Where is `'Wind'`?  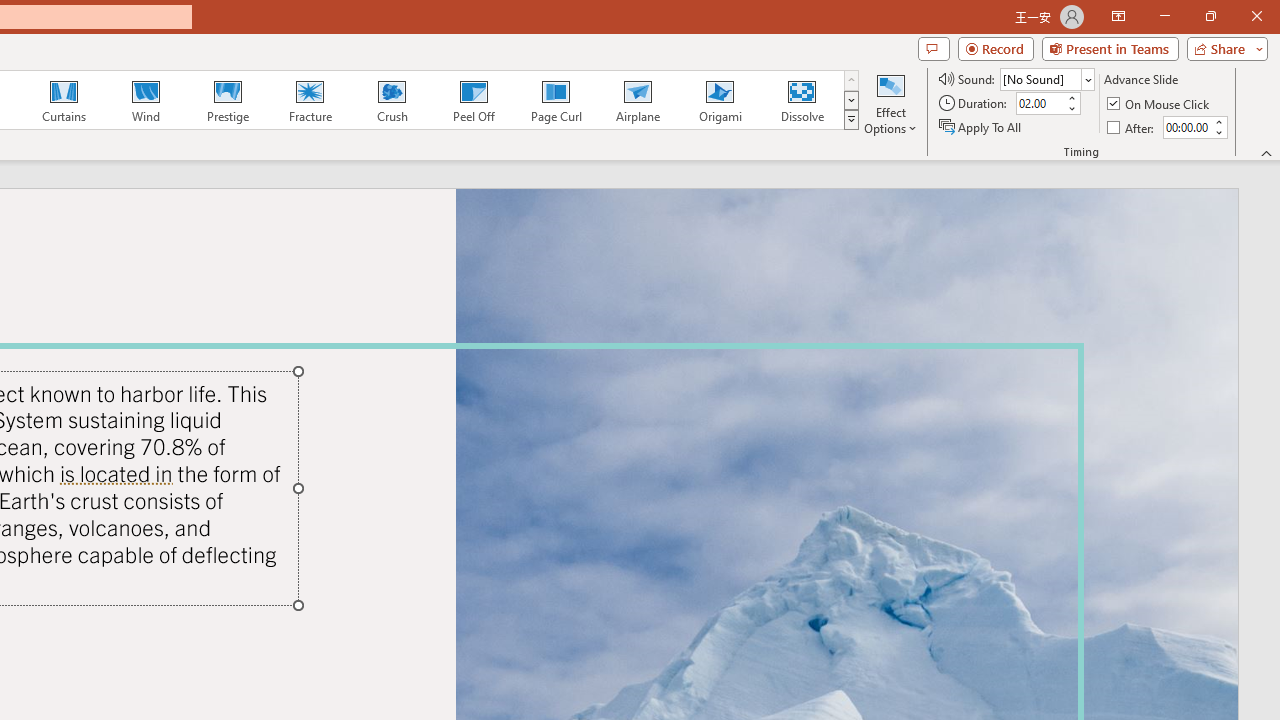
'Wind' is located at coordinates (144, 100).